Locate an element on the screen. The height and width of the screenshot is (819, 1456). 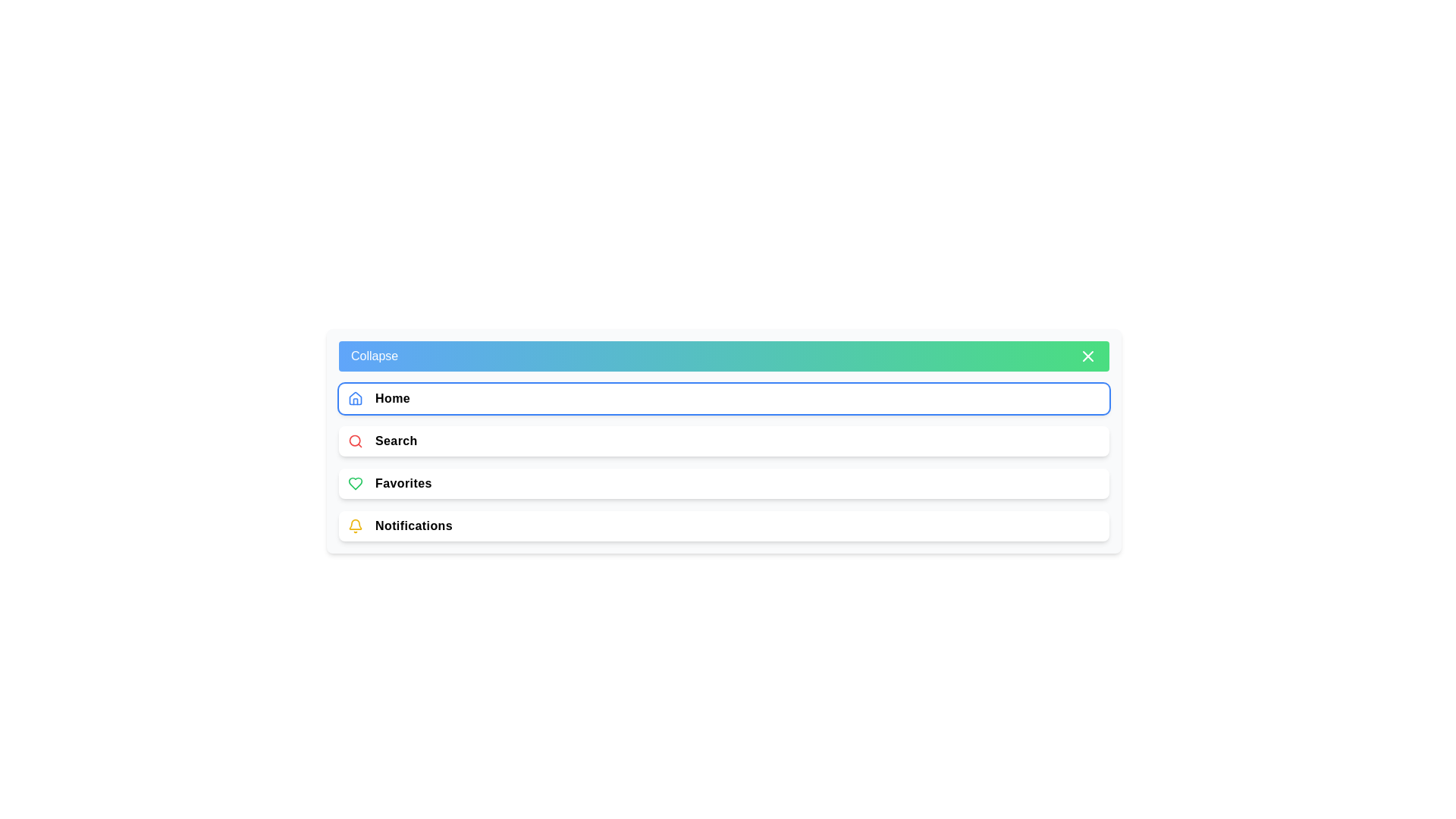
the menu item labeled Favorites is located at coordinates (723, 483).